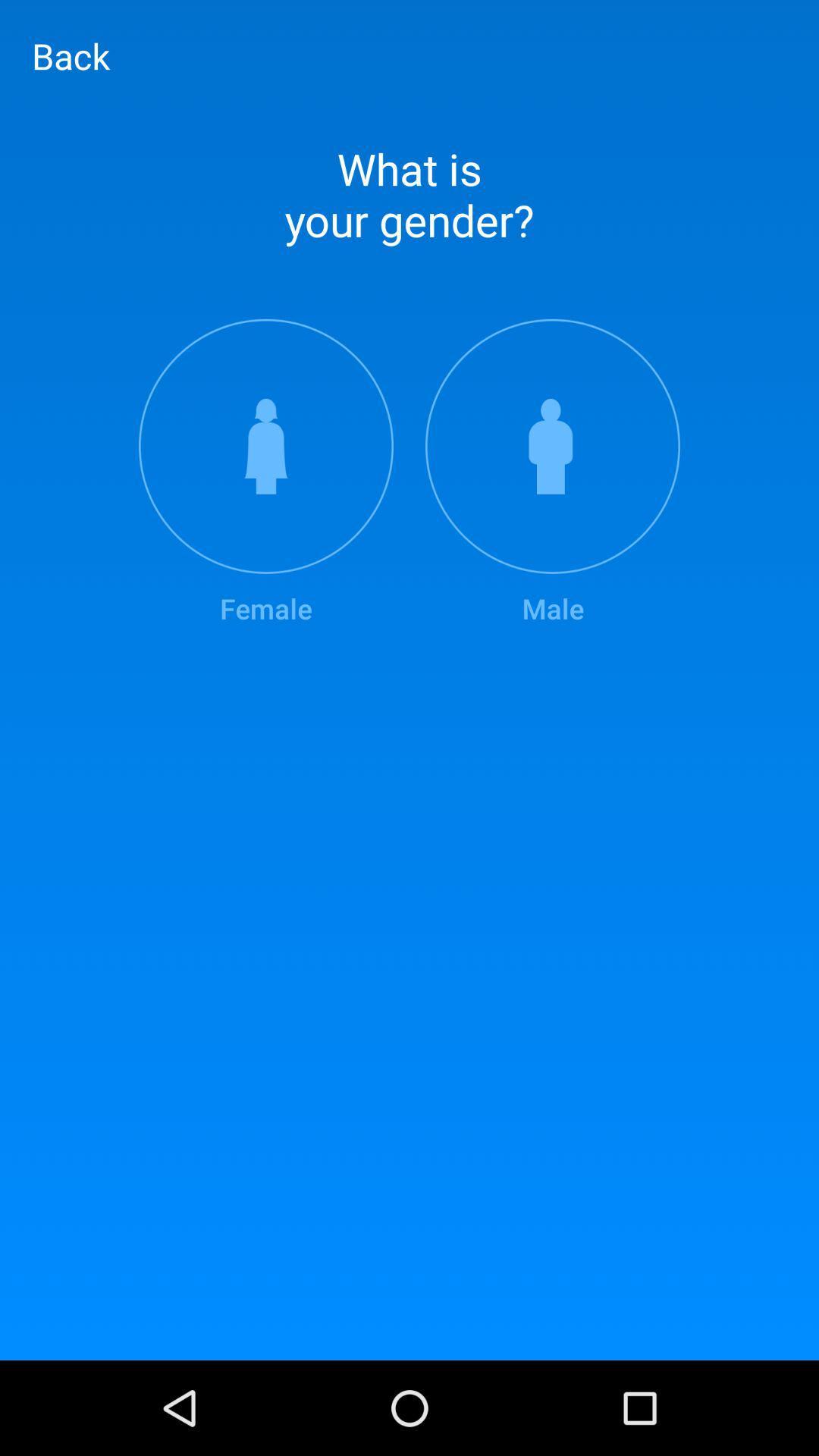  I want to click on the male icon, so click(553, 472).